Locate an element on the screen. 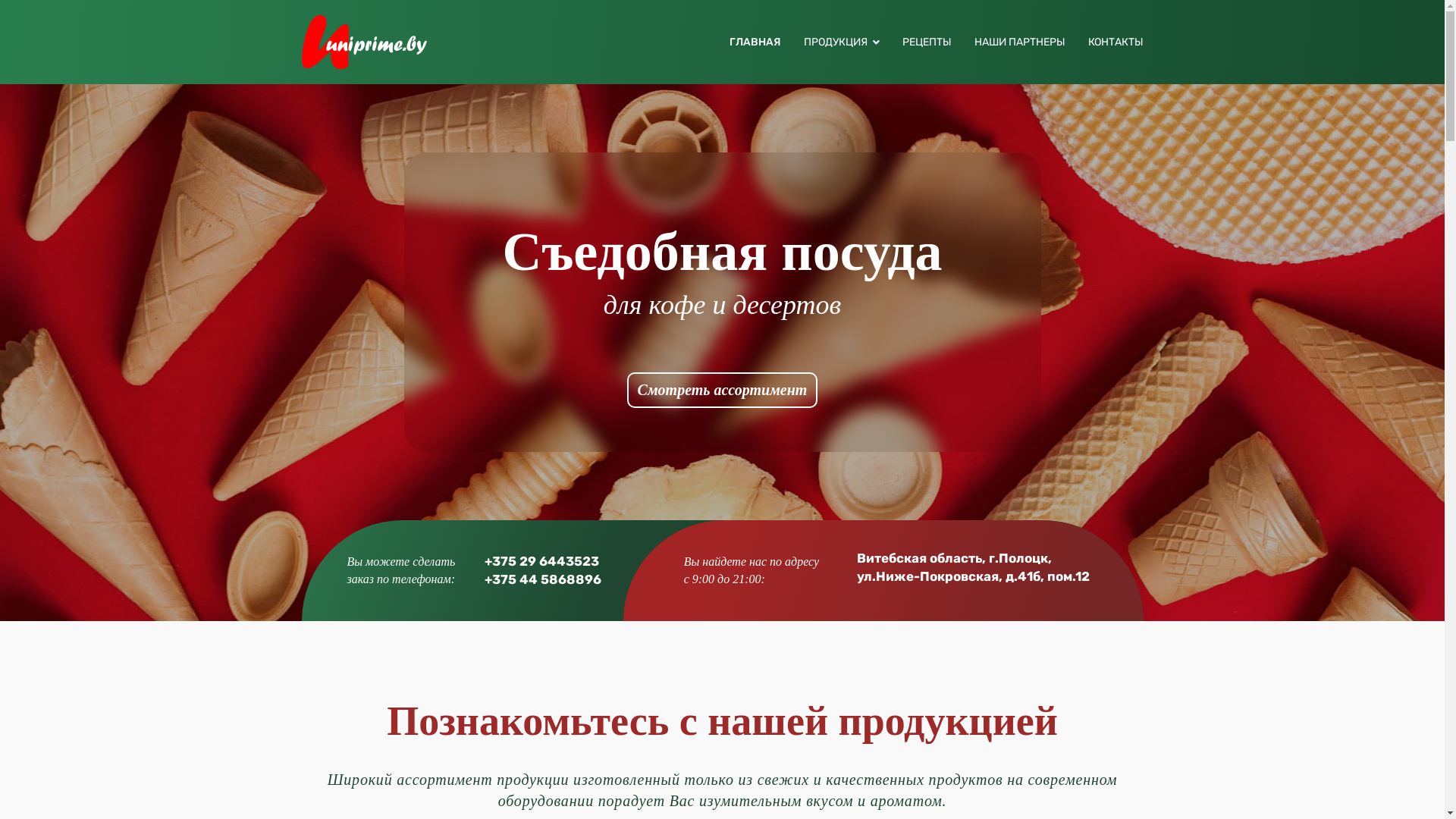 Image resolution: width=1456 pixels, height=819 pixels. '+375 44 5868896' is located at coordinates (542, 579).